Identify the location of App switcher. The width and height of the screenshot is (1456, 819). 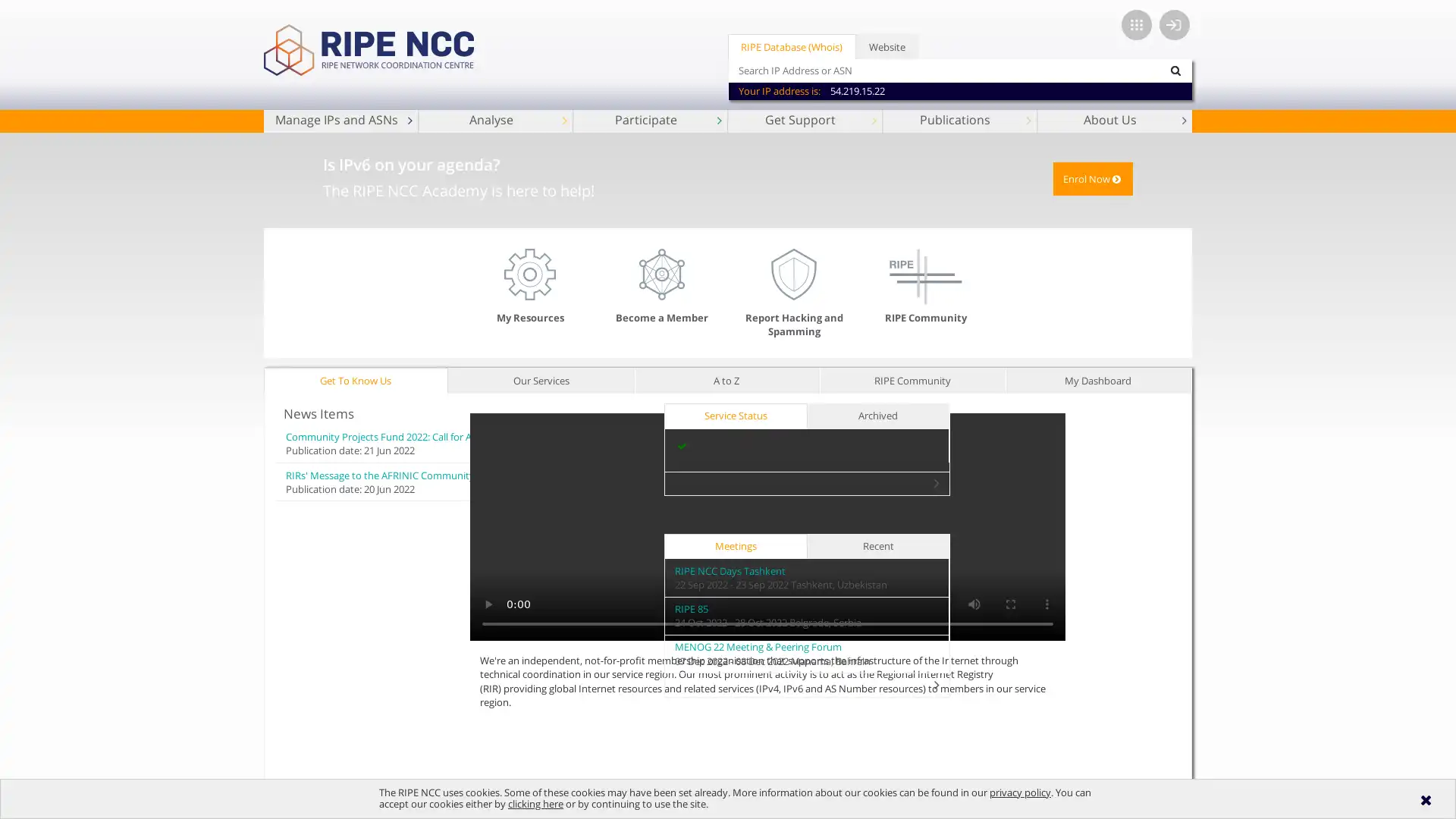
(1136, 25).